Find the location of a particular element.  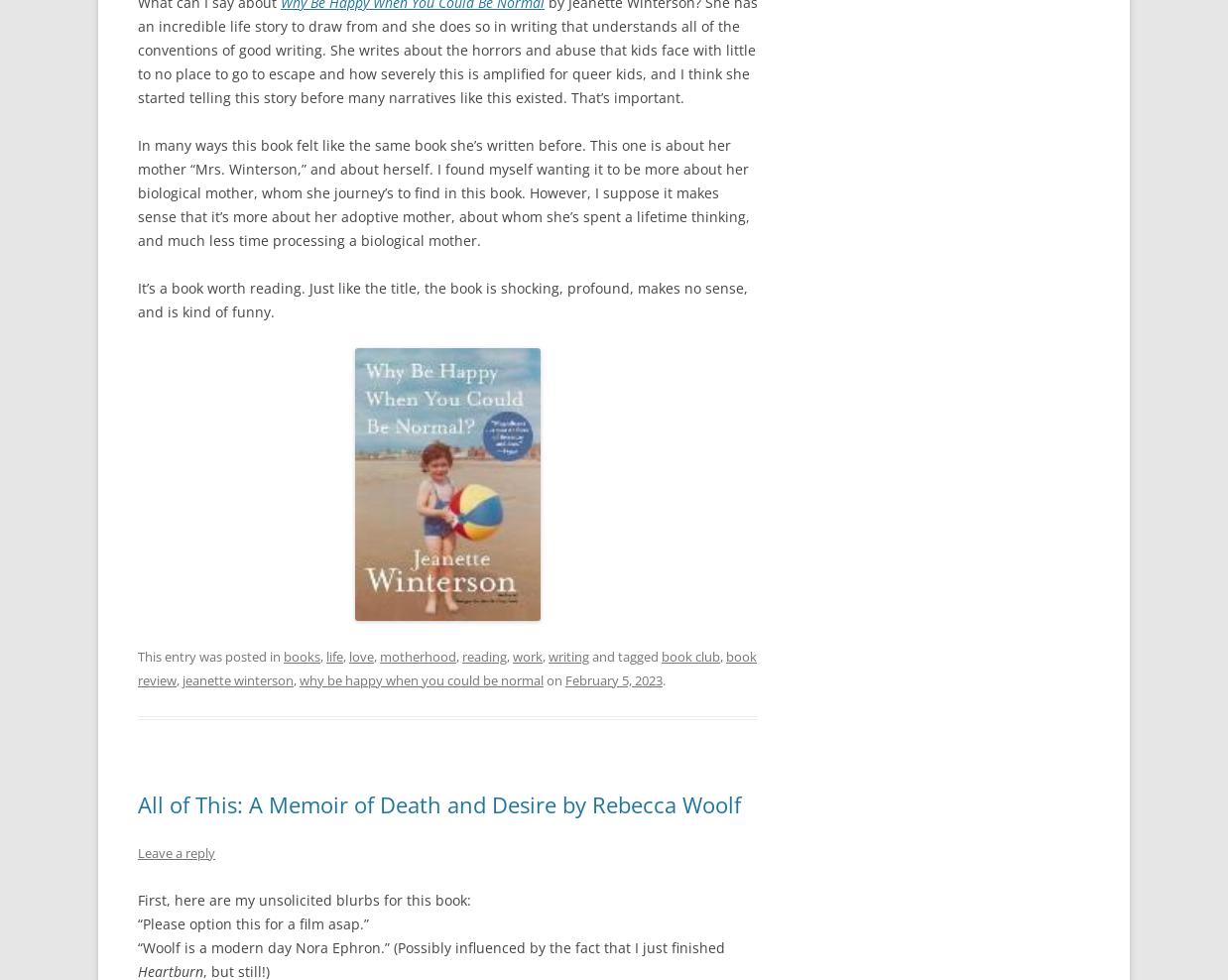

'.' is located at coordinates (663, 678).